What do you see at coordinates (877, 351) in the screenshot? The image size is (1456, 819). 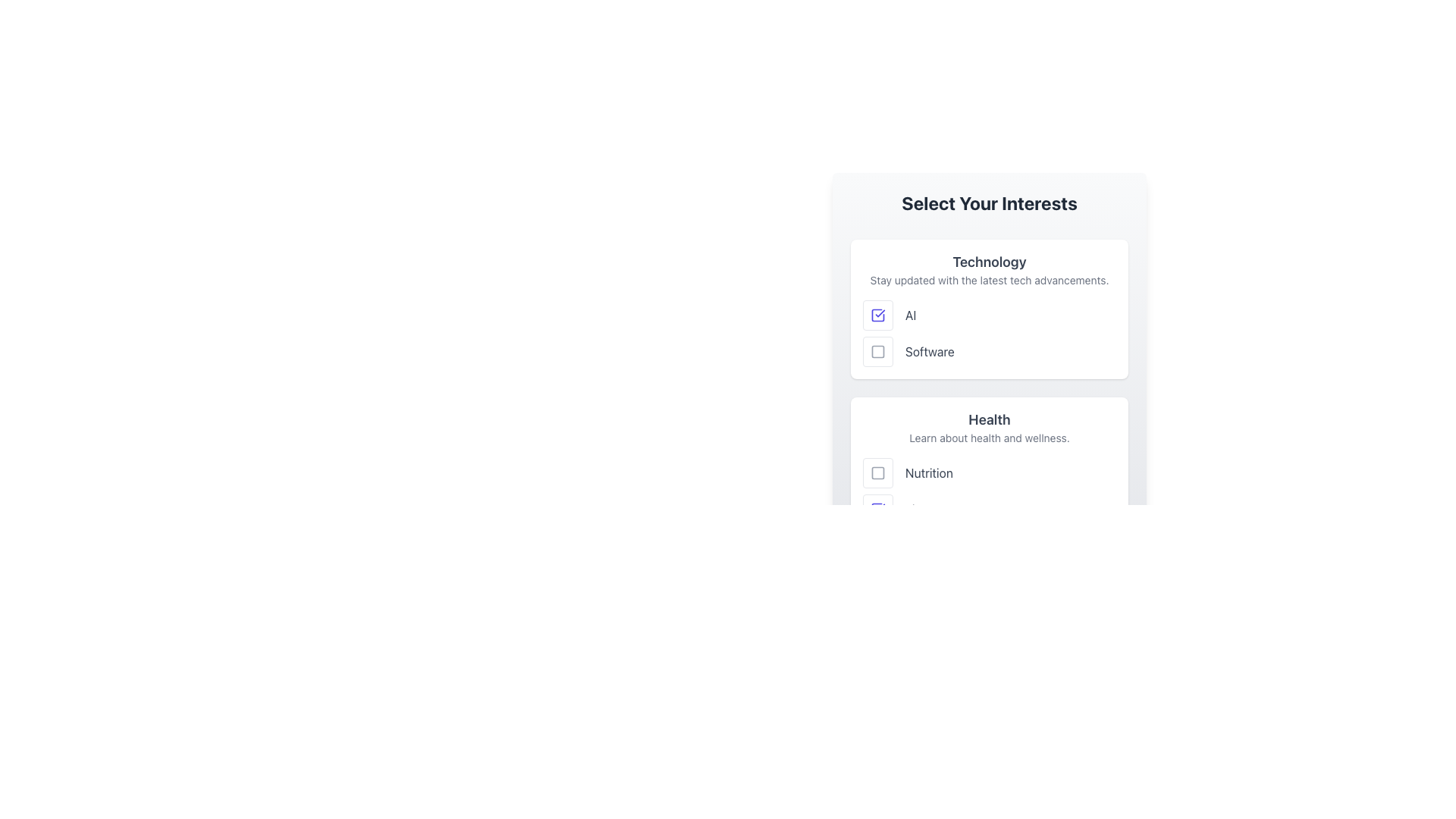 I see `the unselected checkbox adjacent to the 'Software' text label within the 'Technology' card` at bounding box center [877, 351].